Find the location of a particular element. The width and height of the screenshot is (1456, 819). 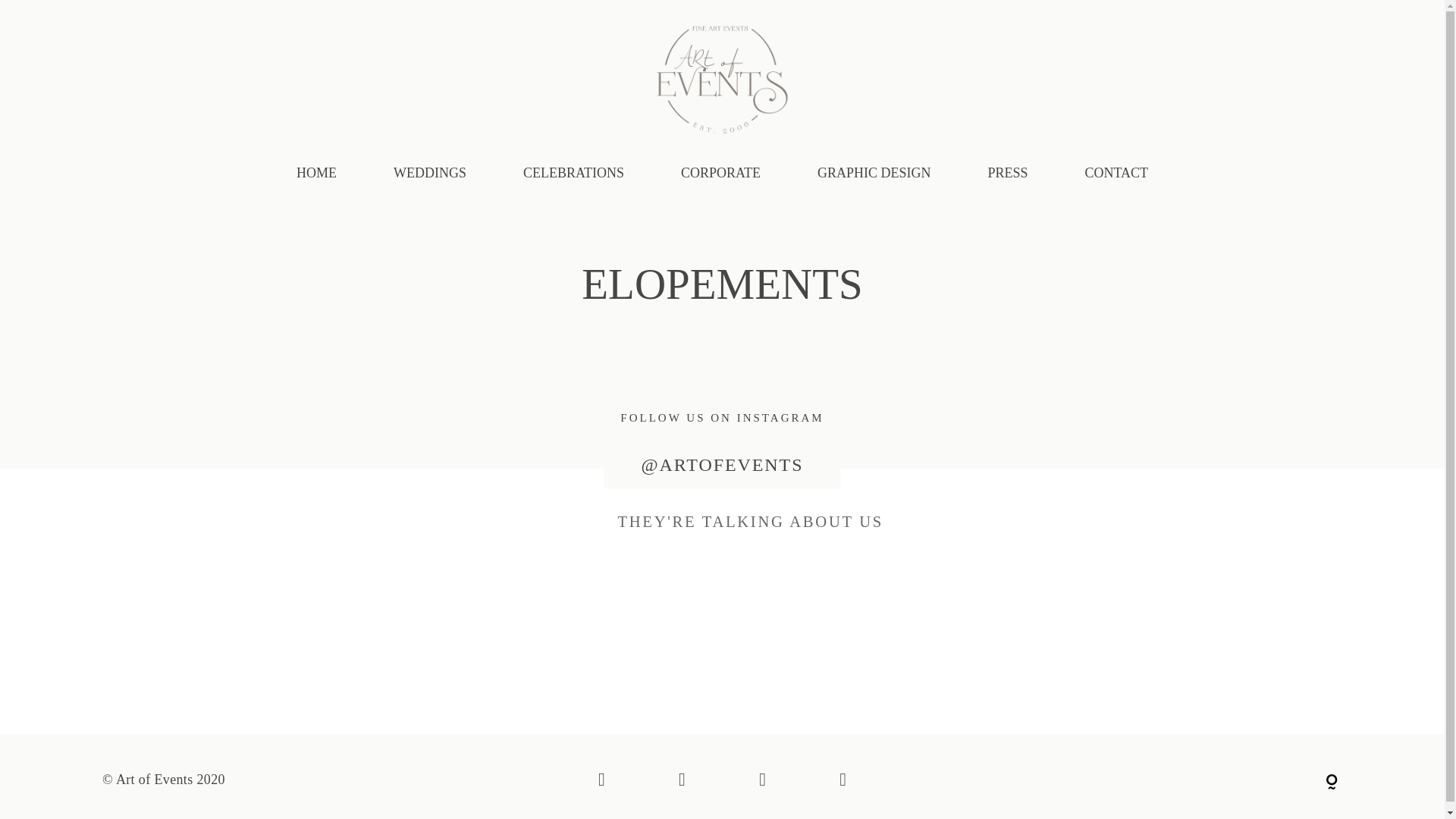

'CORPORATE' is located at coordinates (720, 172).